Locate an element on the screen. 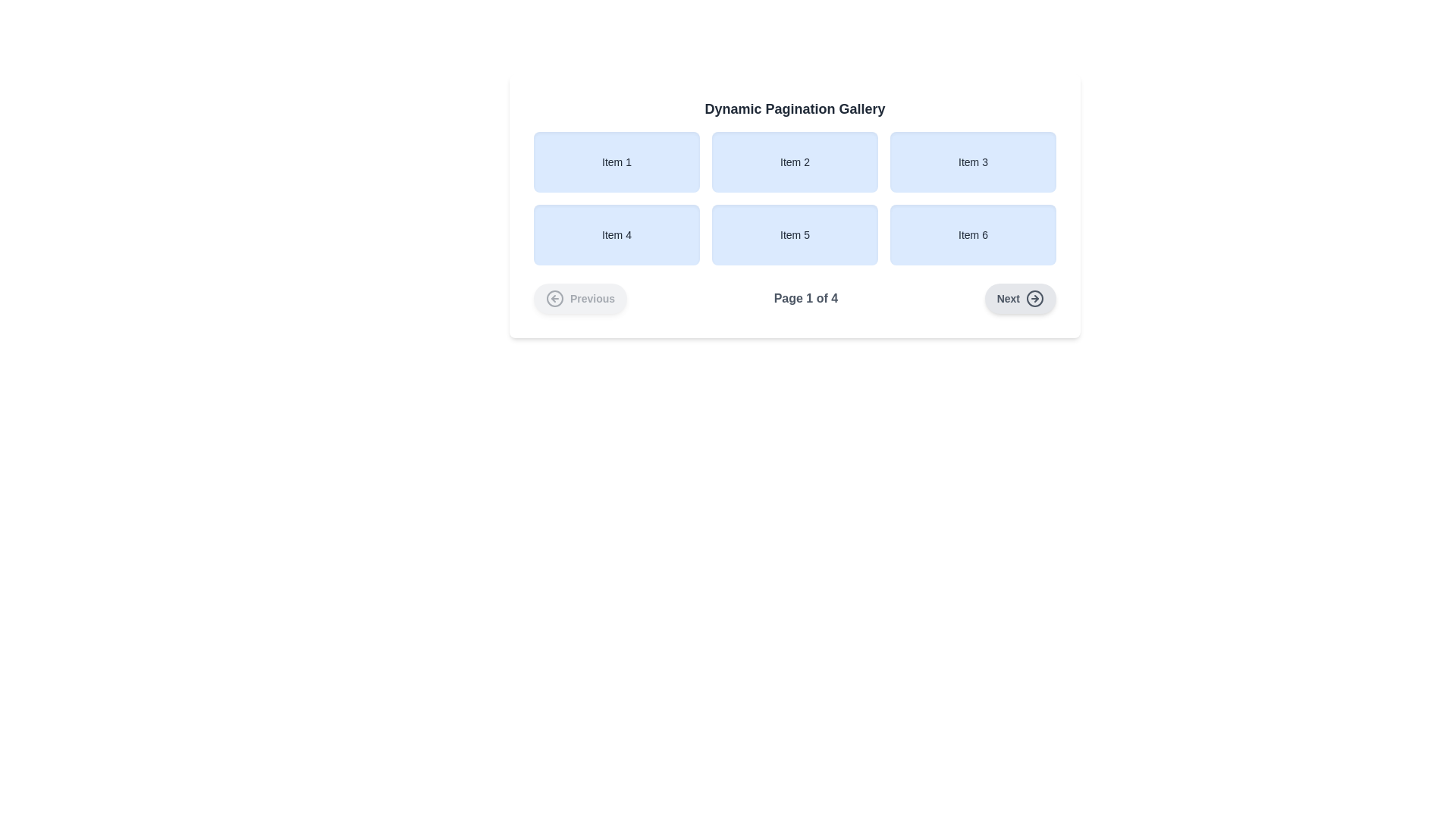  the static display box labeled 'Item 6' with a light blue background, located in the bottom-right corner of the grid layout is located at coordinates (973, 234).